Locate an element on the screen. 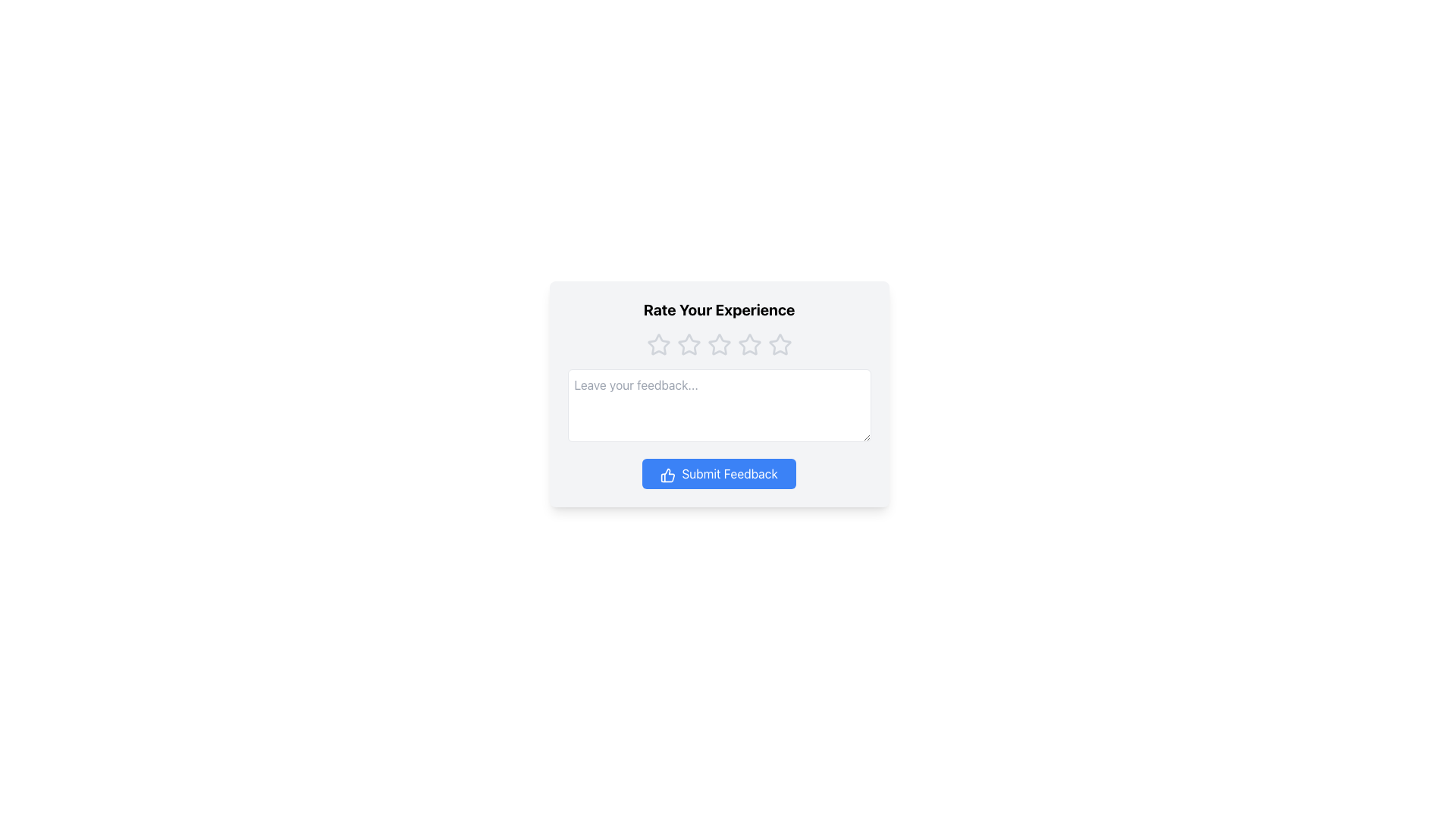 The width and height of the screenshot is (1456, 819). the star icon in the rating selector to set the corresponding rating, which is a row of five light gray stars centered below the heading 'Rate Your Experience.' is located at coordinates (718, 345).